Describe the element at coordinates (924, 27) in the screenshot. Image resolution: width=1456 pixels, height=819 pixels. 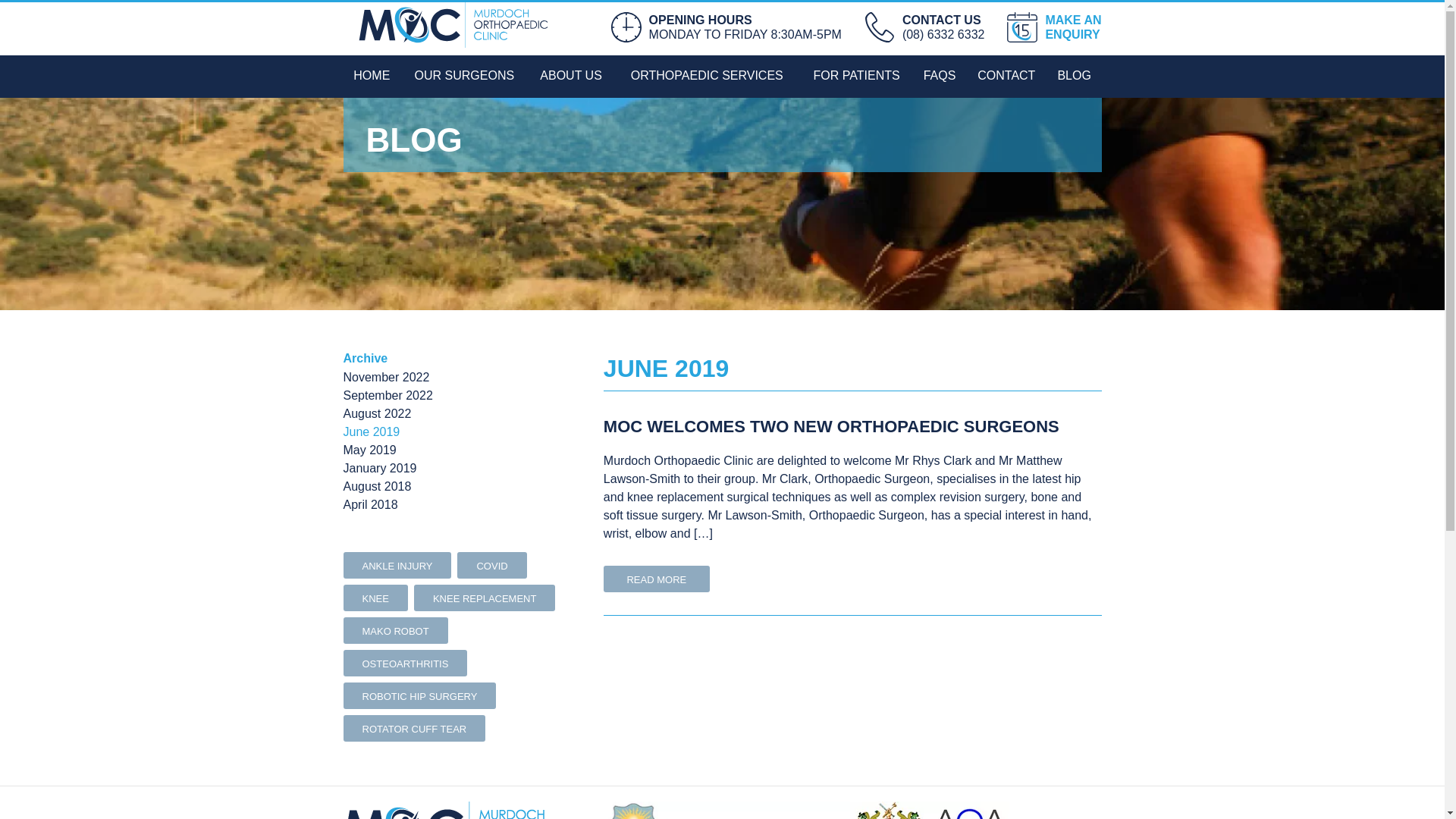
I see `'CONTACT US` at that location.